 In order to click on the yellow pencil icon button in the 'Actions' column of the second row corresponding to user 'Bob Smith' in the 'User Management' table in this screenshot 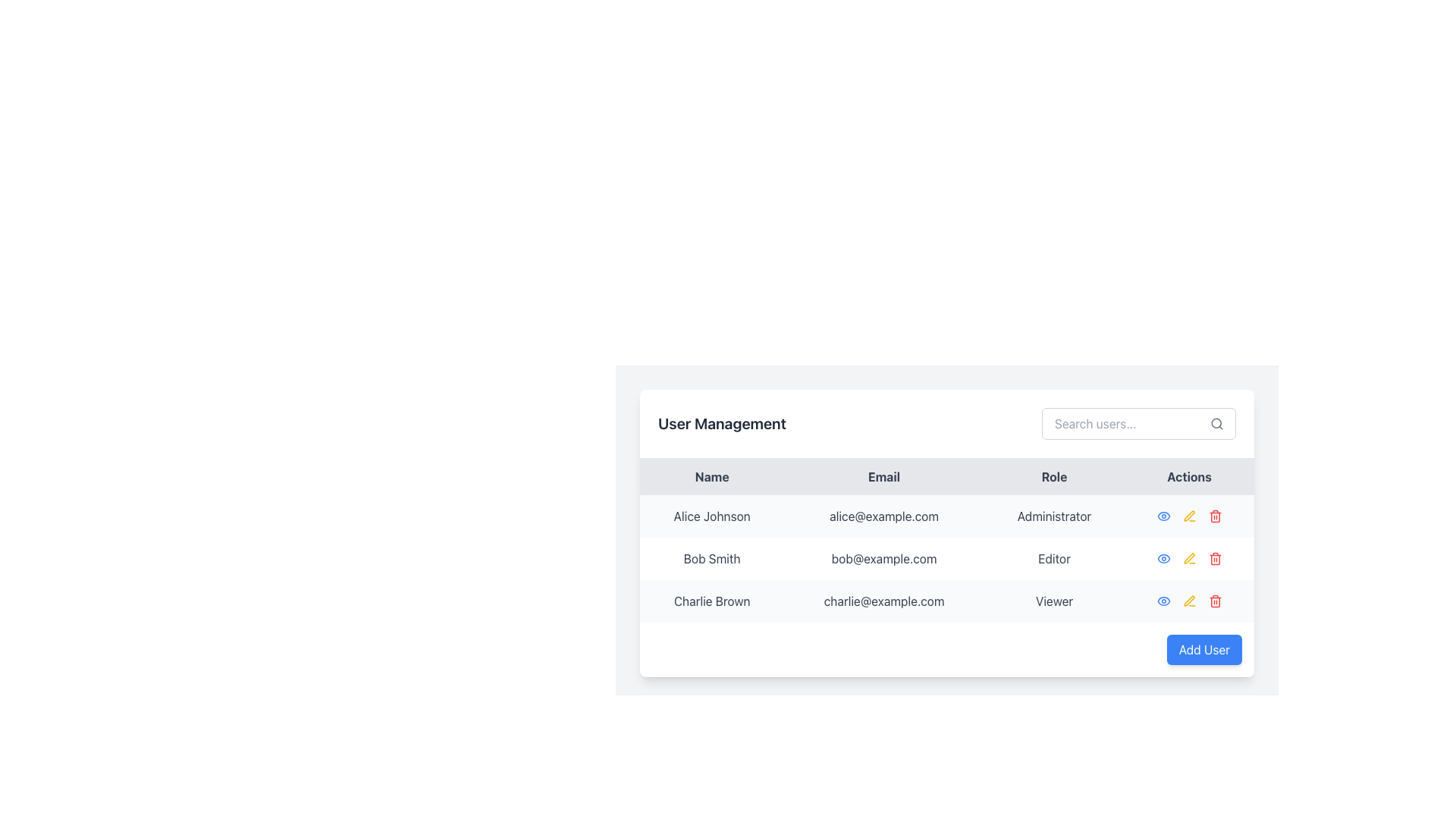, I will do `click(1188, 558)`.